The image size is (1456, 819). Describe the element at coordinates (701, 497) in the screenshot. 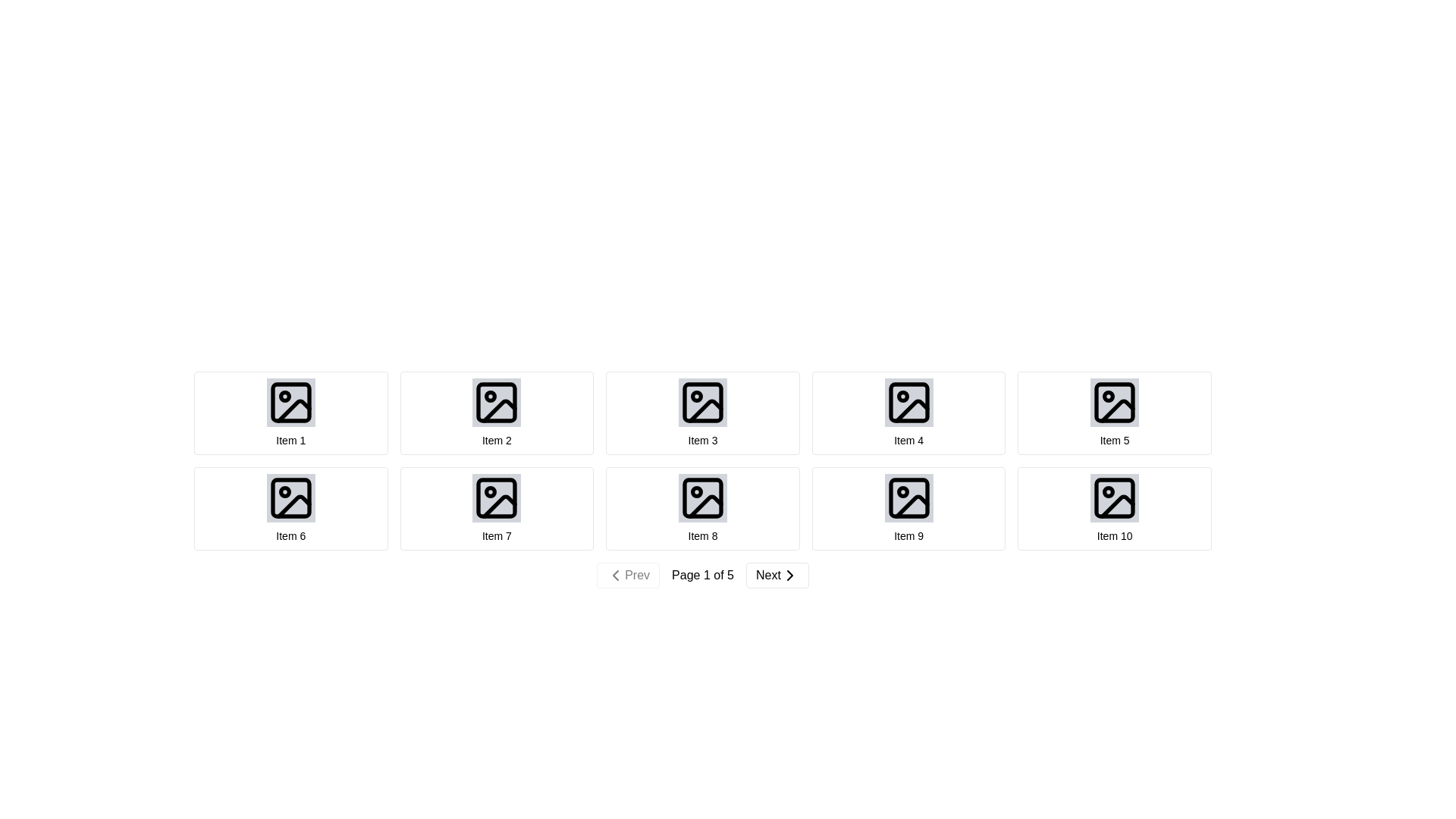

I see `the graphical icon located within the 'Item 8' block, which is the fourth element in a grid listing` at that location.